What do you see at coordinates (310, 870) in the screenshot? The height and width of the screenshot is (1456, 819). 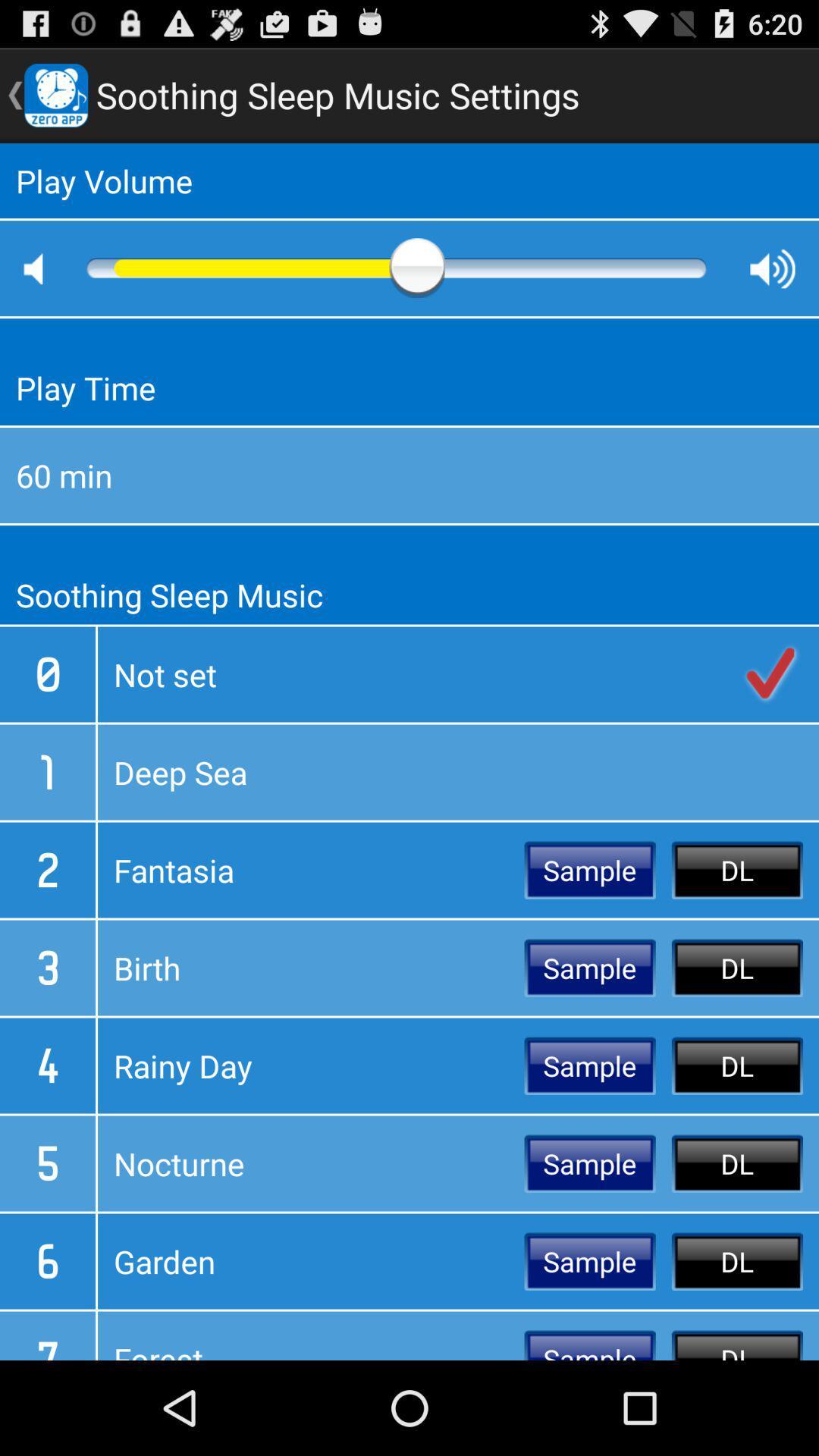 I see `the icon next to the sample icon` at bounding box center [310, 870].